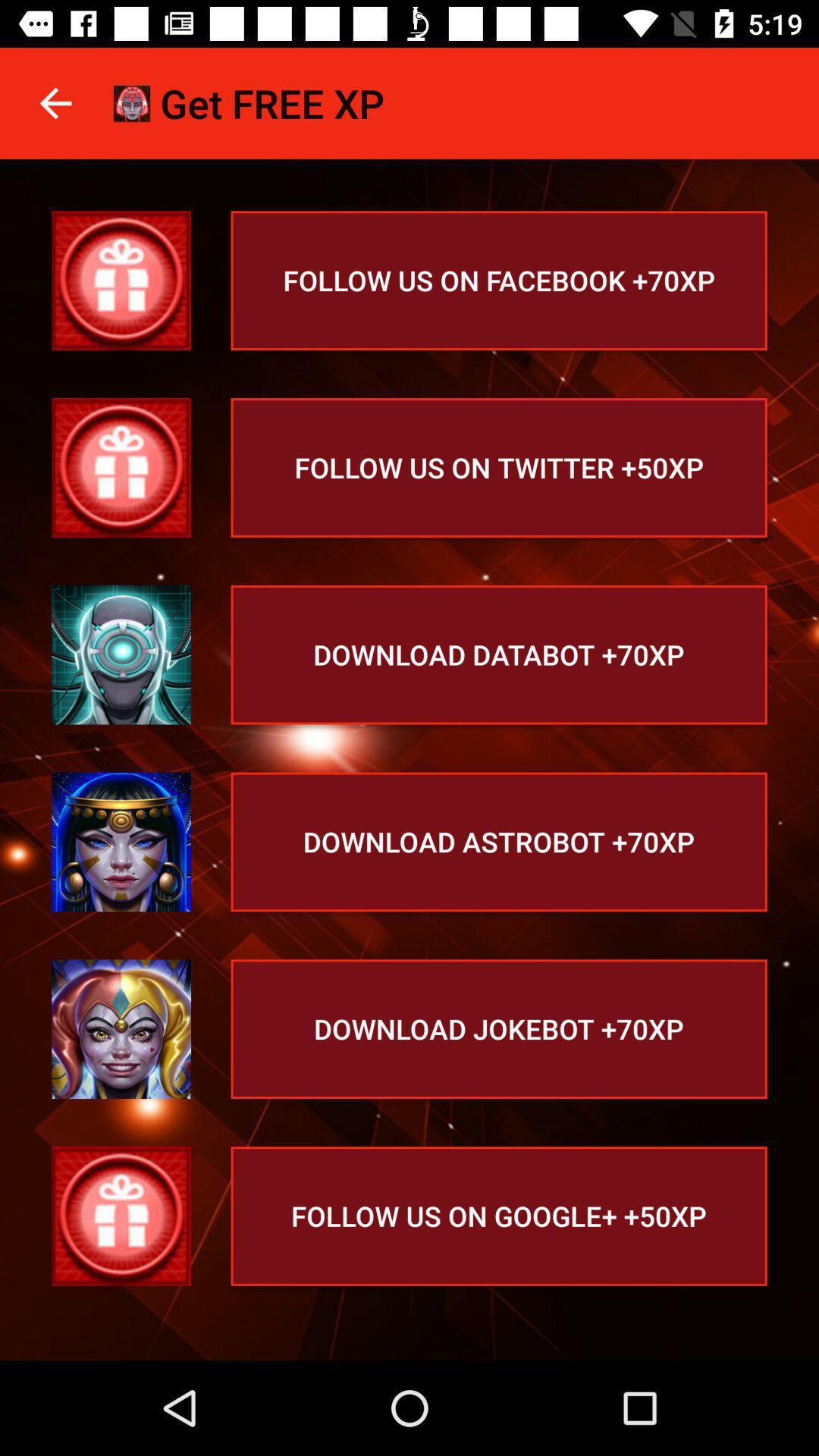  What do you see at coordinates (121, 1029) in the screenshot?
I see `game option` at bounding box center [121, 1029].